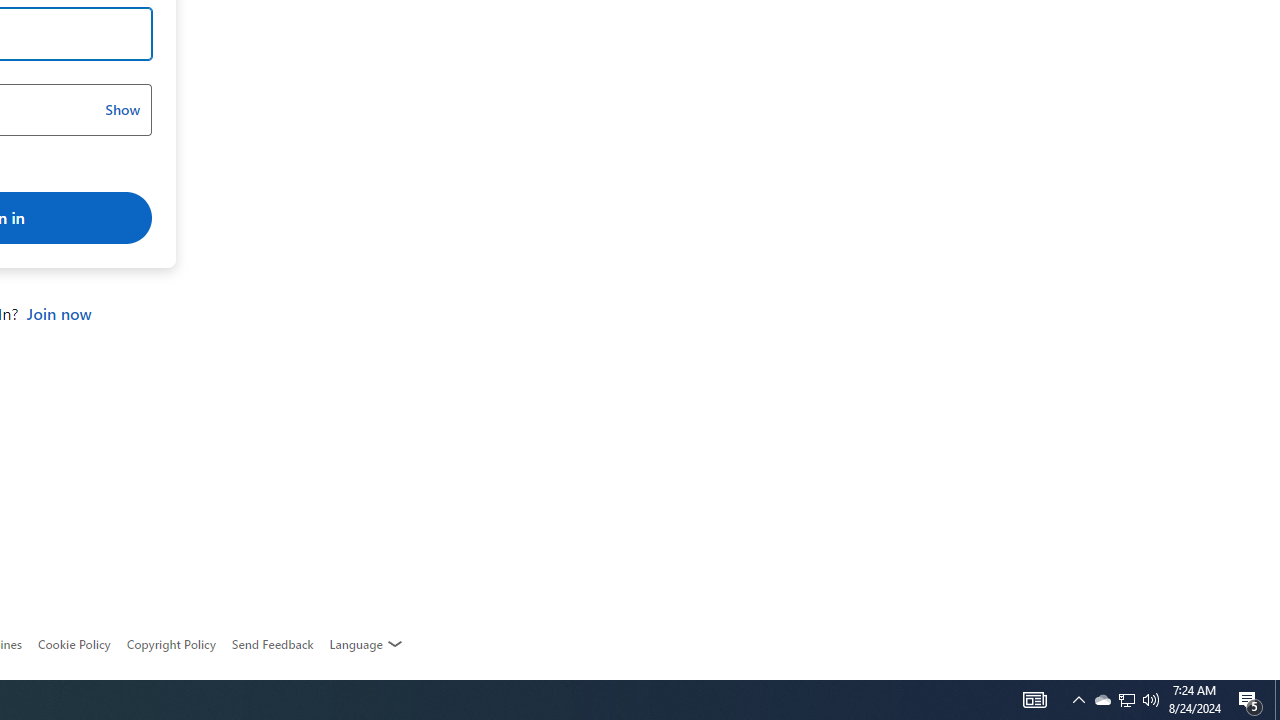 The image size is (1280, 720). Describe the element at coordinates (271, 644) in the screenshot. I see `'AutomationID: feedback-request'` at that location.